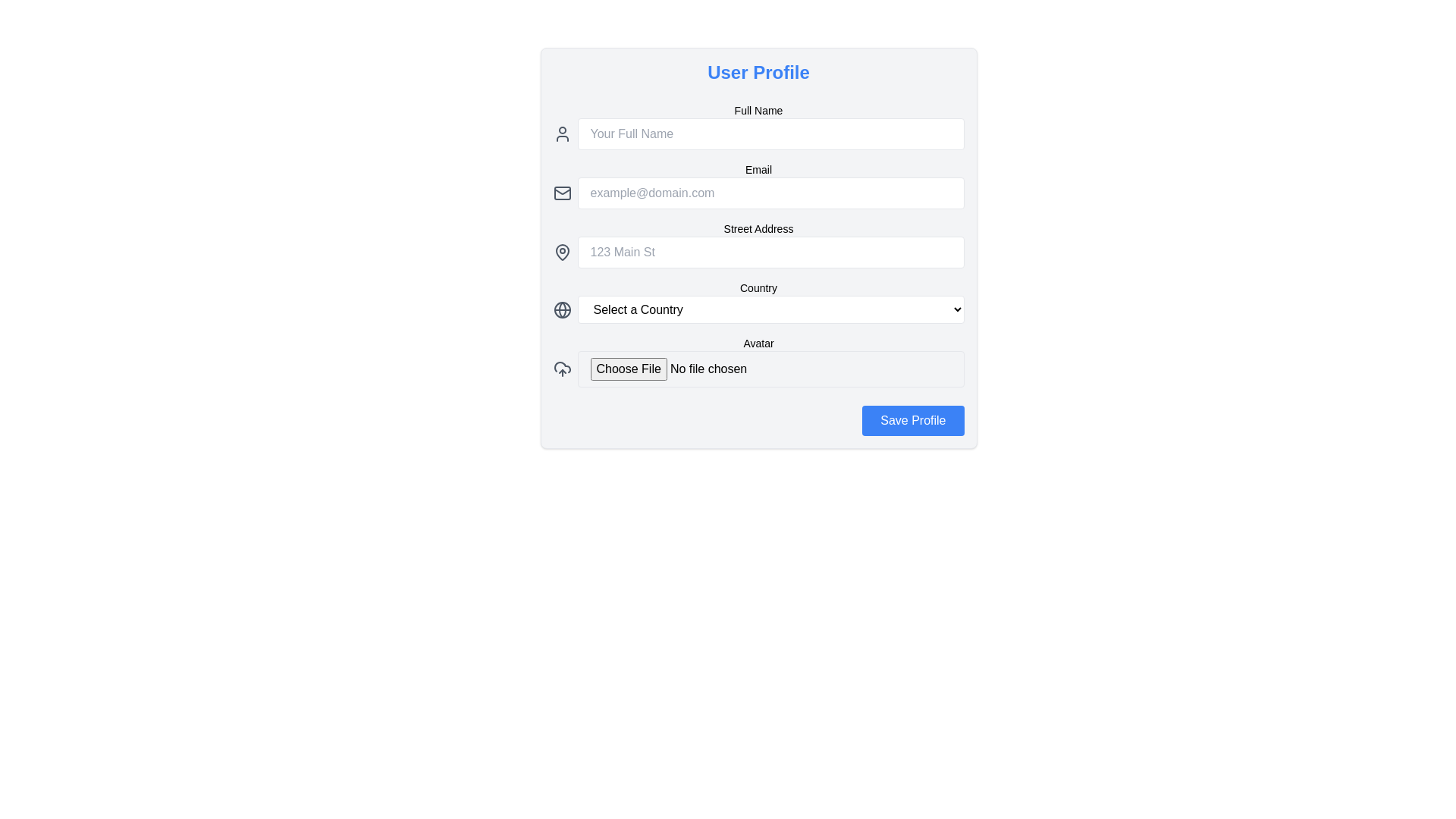 The width and height of the screenshot is (1456, 819). What do you see at coordinates (561, 251) in the screenshot?
I see `the location marker icon, which is a grey teardrop-shaped icon positioned to the left of the 'Street Address' text input field in the 'User Profile' form` at bounding box center [561, 251].